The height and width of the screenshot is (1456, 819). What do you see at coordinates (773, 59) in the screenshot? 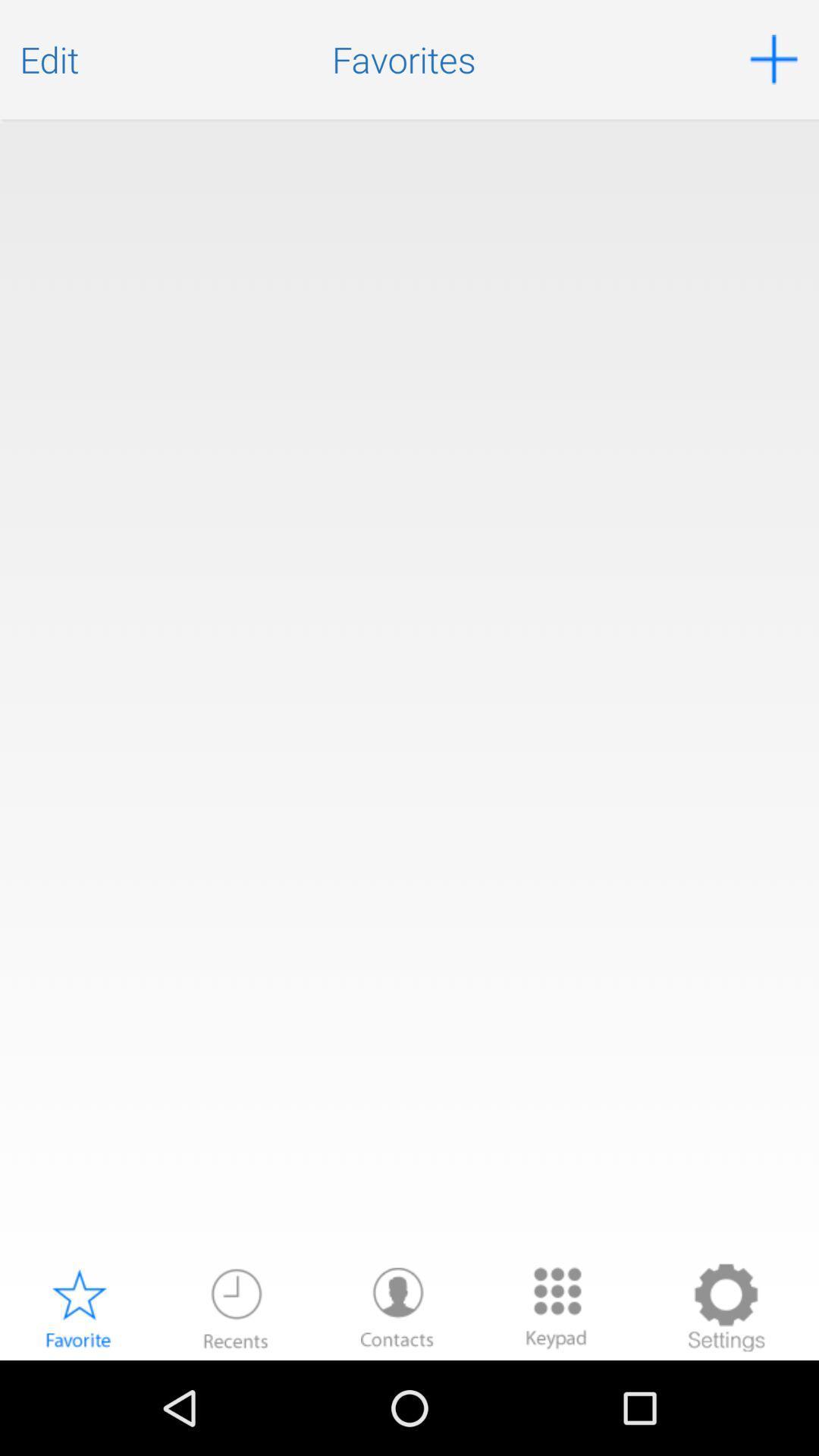
I see `the item next to favorites` at bounding box center [773, 59].